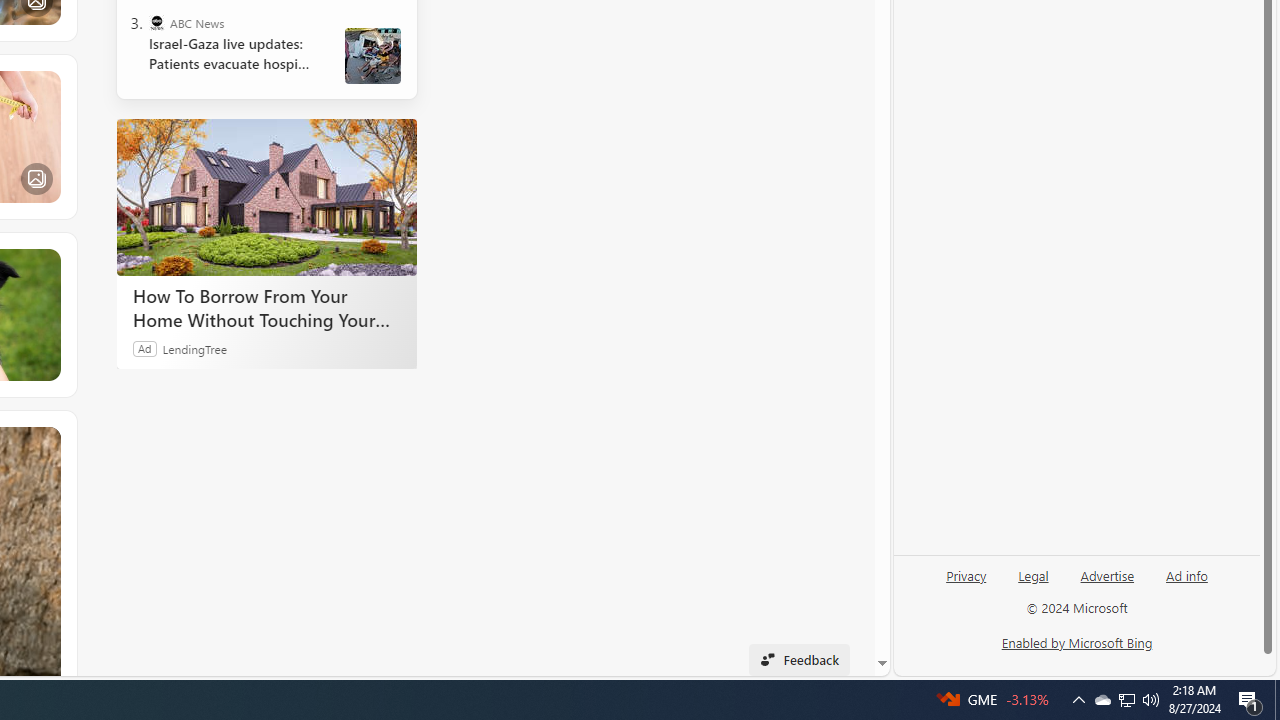 The image size is (1280, 720). I want to click on 'Advertise', so click(1106, 574).